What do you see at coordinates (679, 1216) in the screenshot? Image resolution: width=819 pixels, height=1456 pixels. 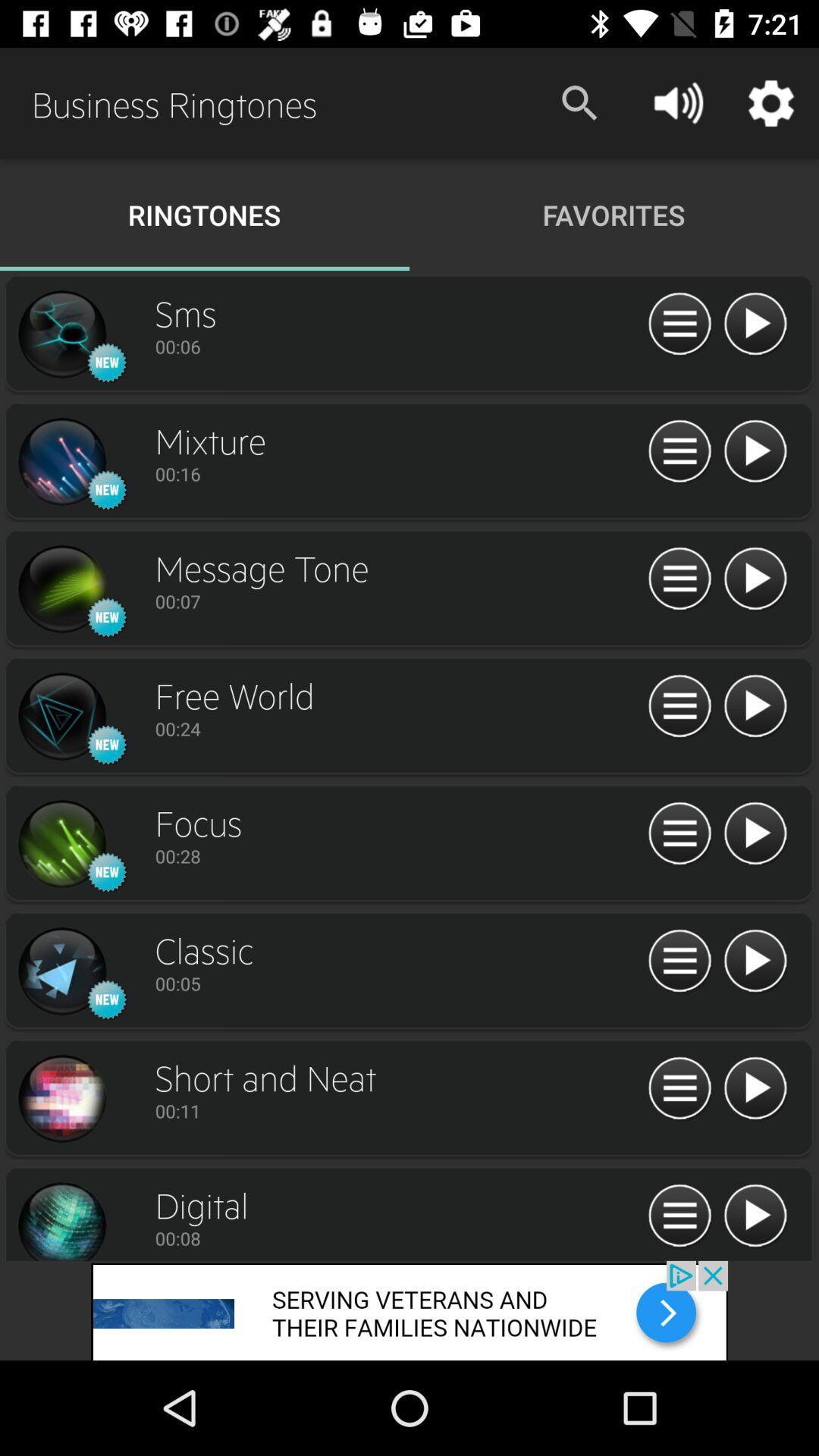 I see `play` at bounding box center [679, 1216].